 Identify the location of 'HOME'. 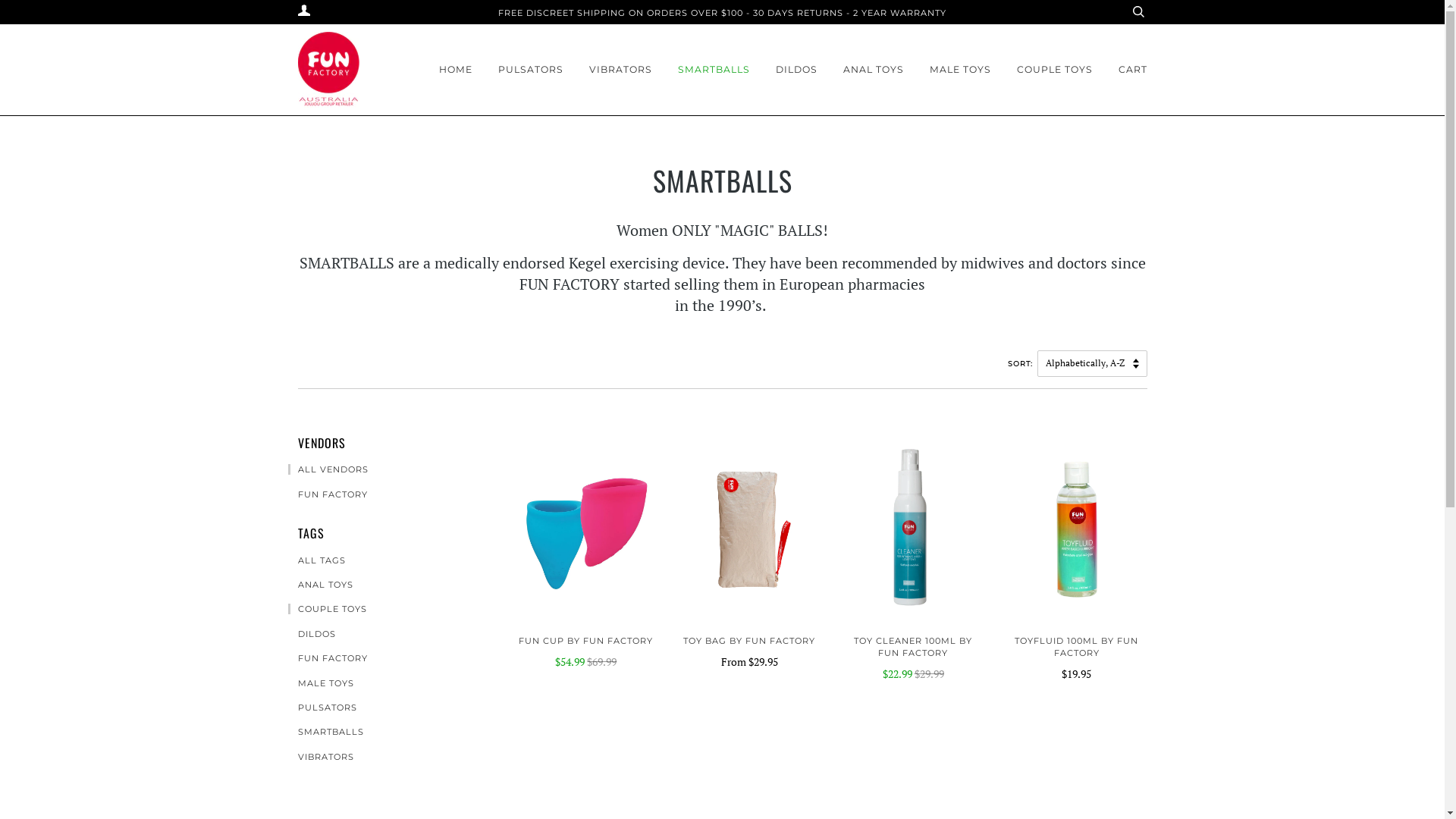
(437, 70).